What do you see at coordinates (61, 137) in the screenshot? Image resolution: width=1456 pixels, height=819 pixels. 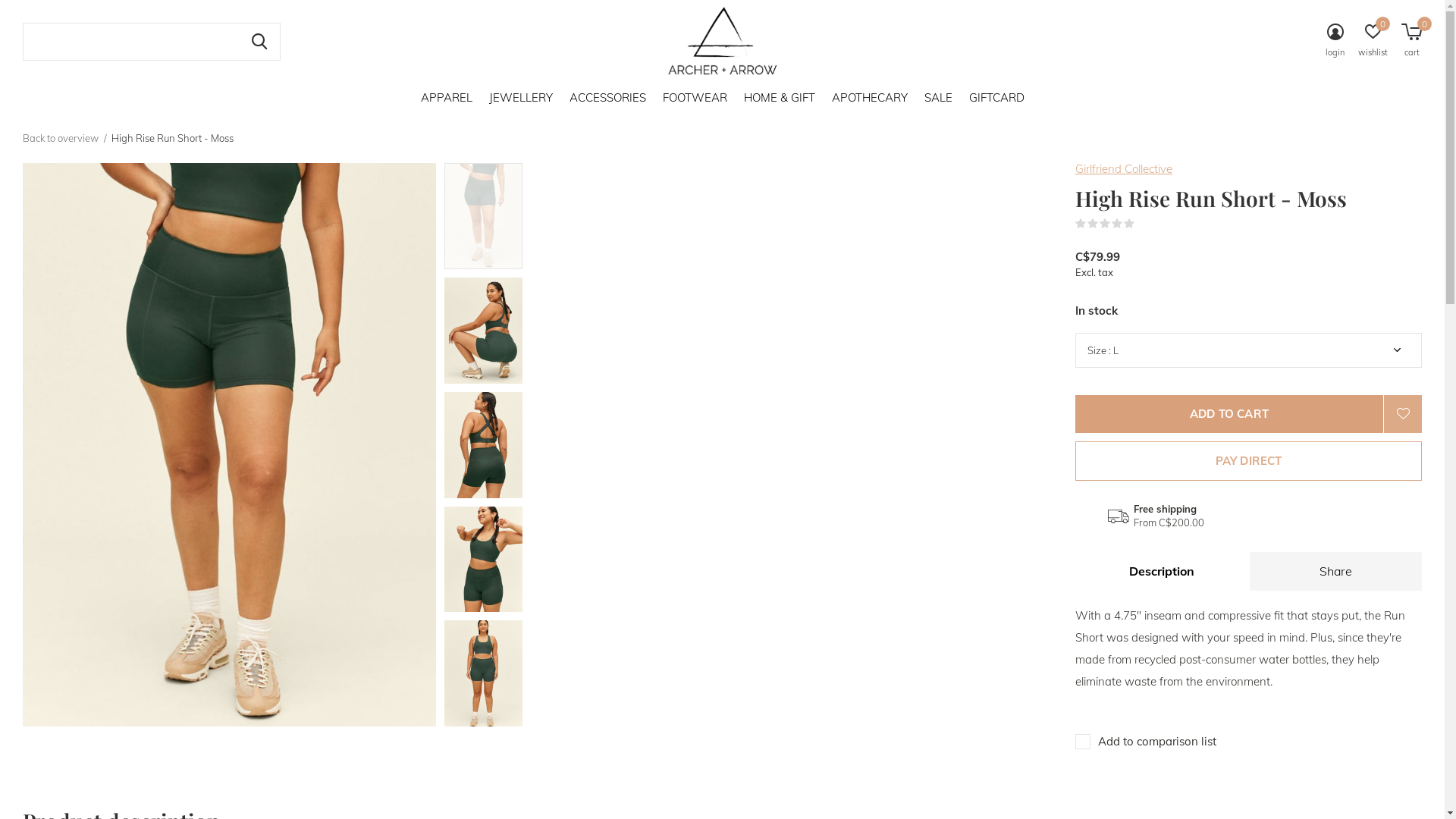 I see `'Back to overview'` at bounding box center [61, 137].